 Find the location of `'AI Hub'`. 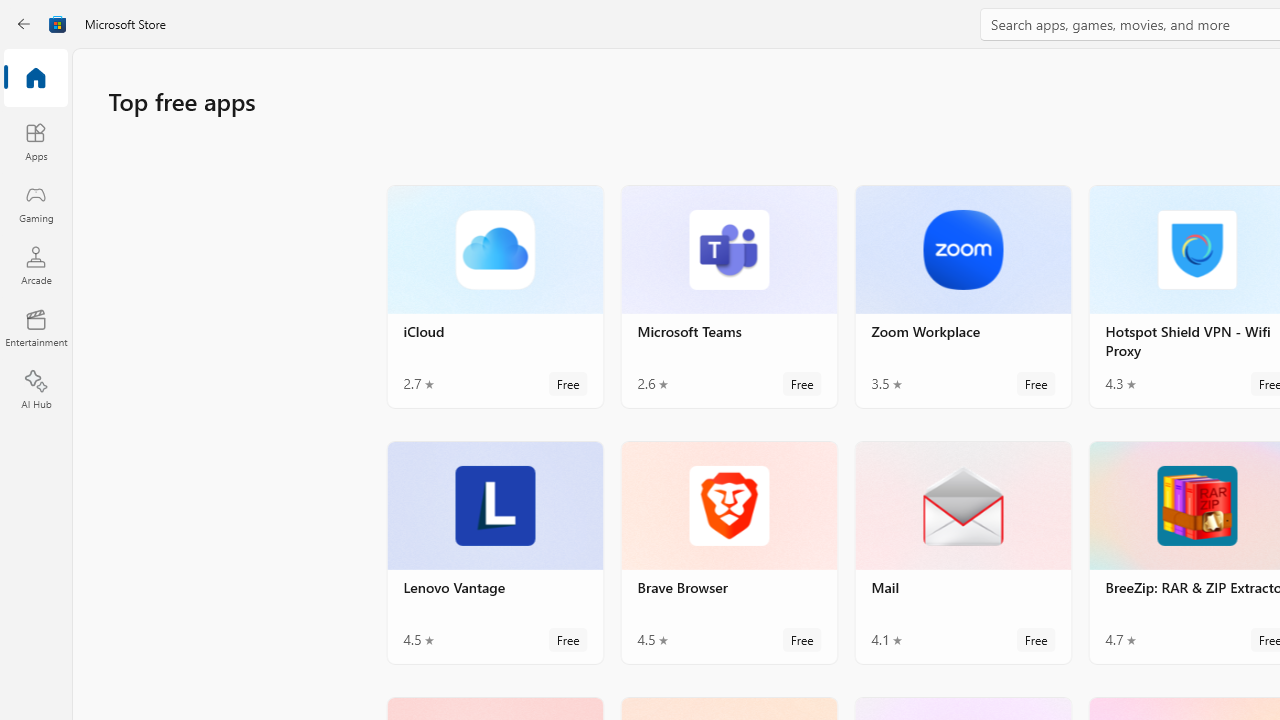

'AI Hub' is located at coordinates (35, 390).